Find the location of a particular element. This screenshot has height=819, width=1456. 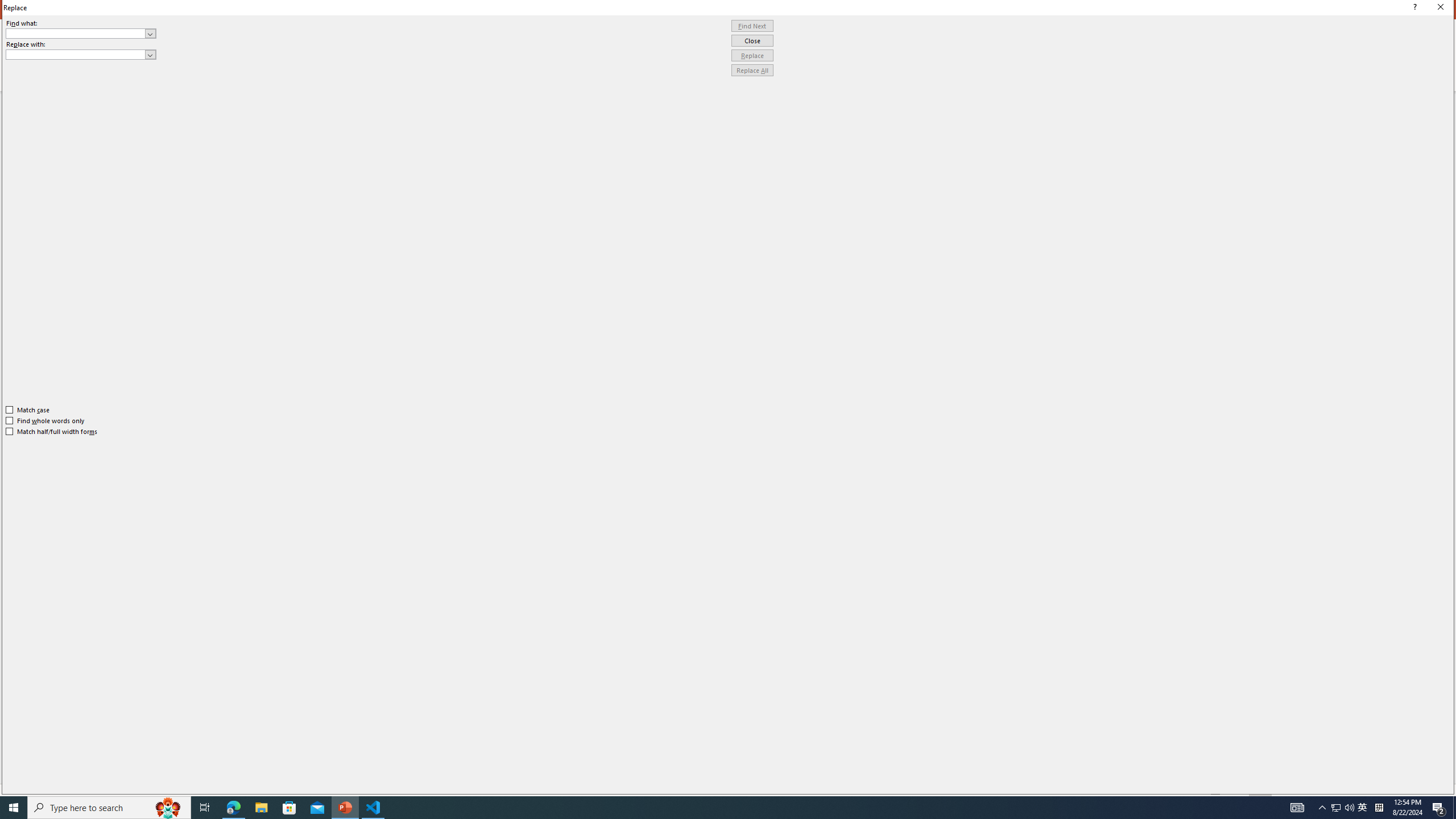

'Match half/full width forms' is located at coordinates (52, 431).